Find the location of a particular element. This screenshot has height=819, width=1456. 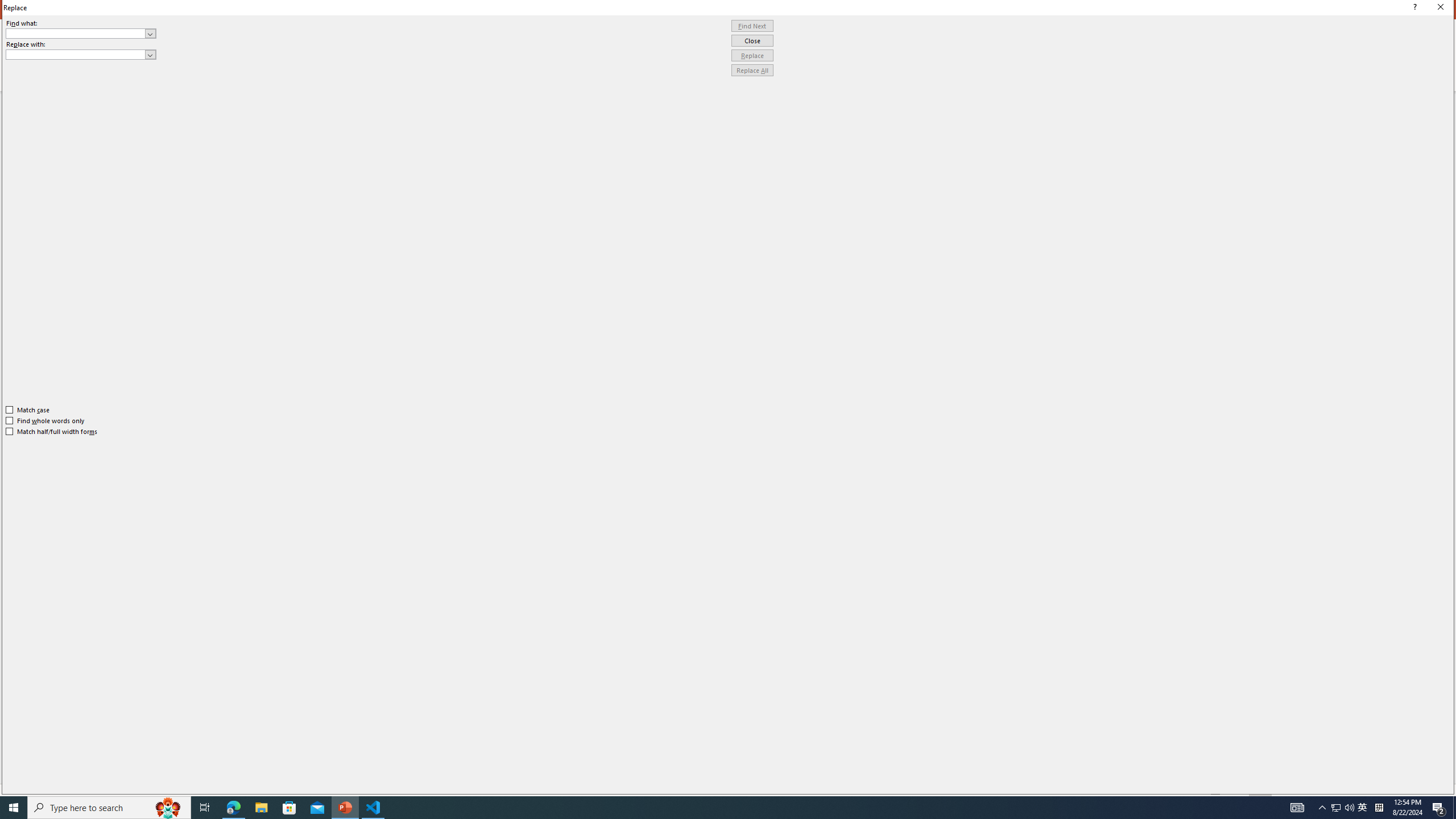

'Match half/full width forms' is located at coordinates (52, 431).